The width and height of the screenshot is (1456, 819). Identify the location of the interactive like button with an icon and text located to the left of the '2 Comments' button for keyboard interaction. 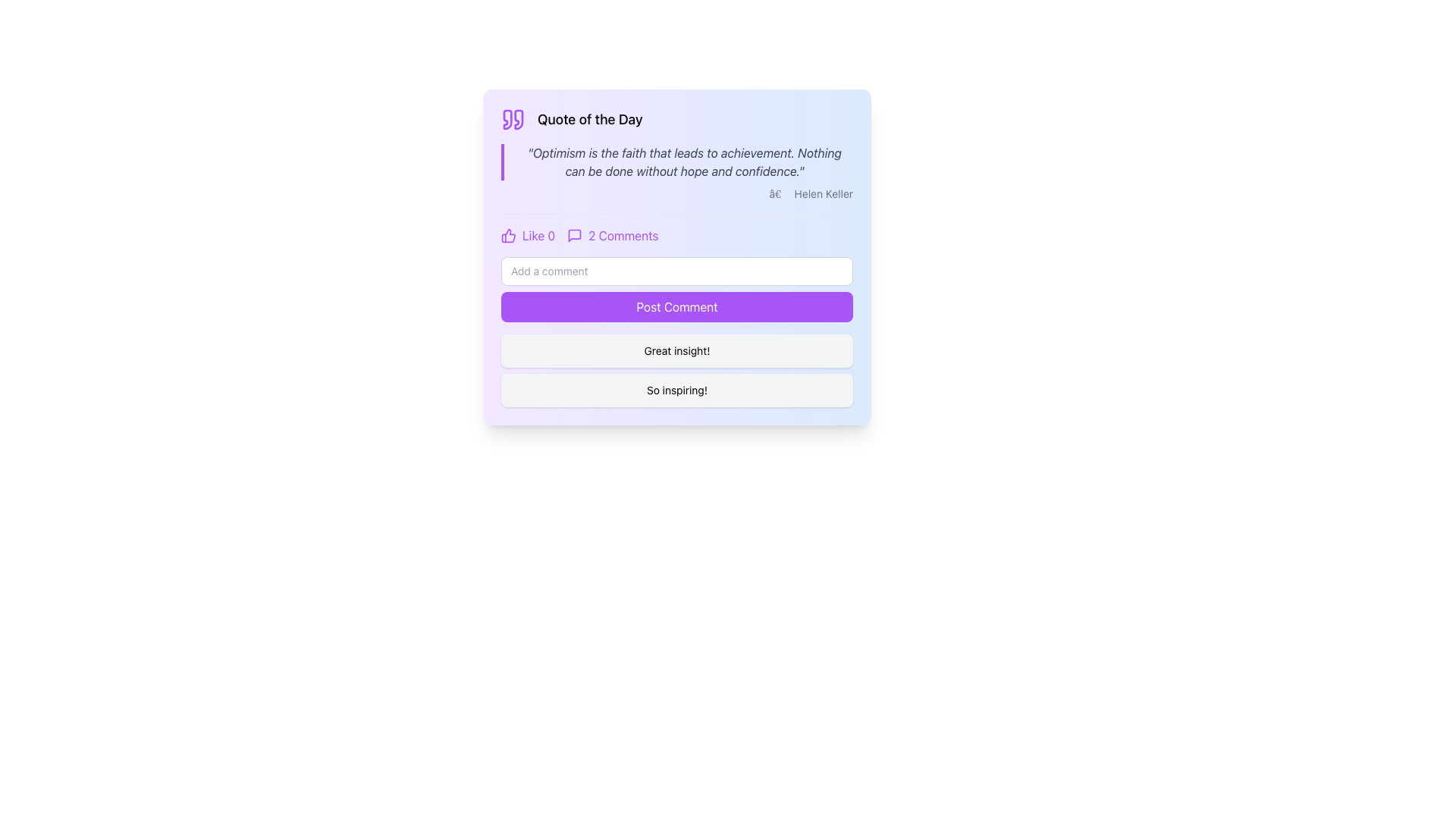
(528, 236).